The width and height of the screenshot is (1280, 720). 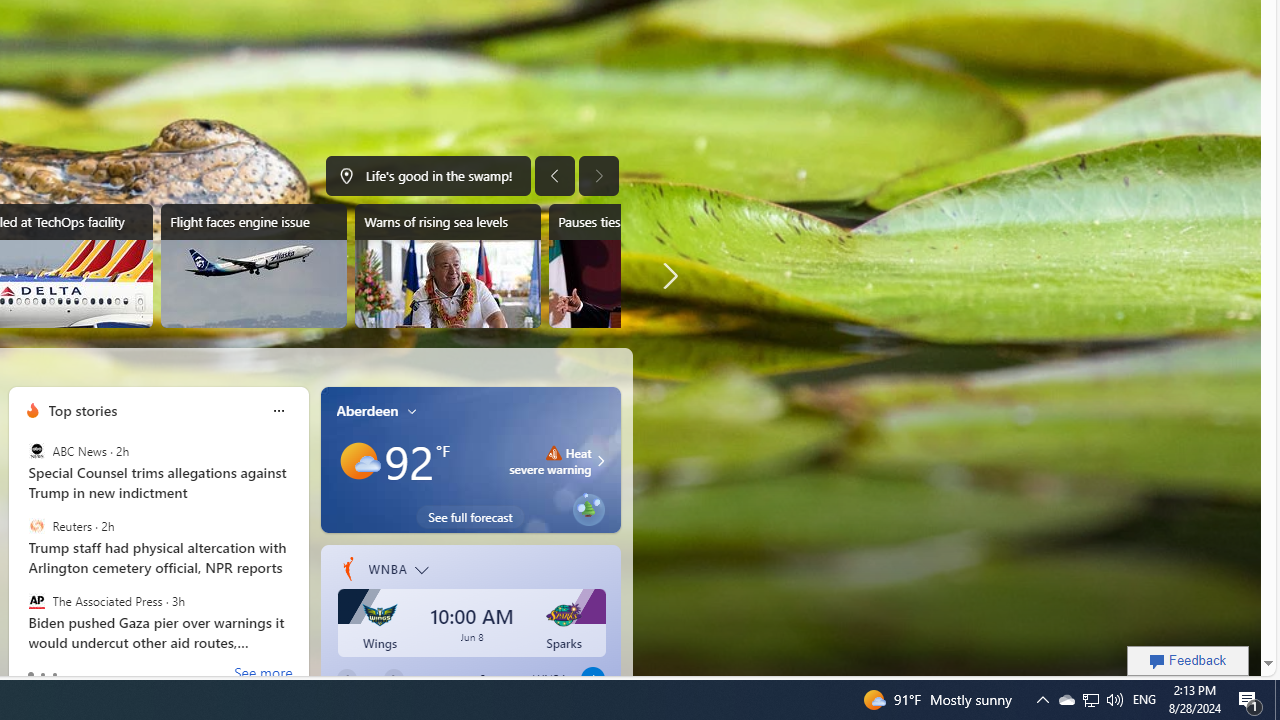 I want to click on 'Wings10:00 AMJun 8Sparks', so click(x=471, y=625).